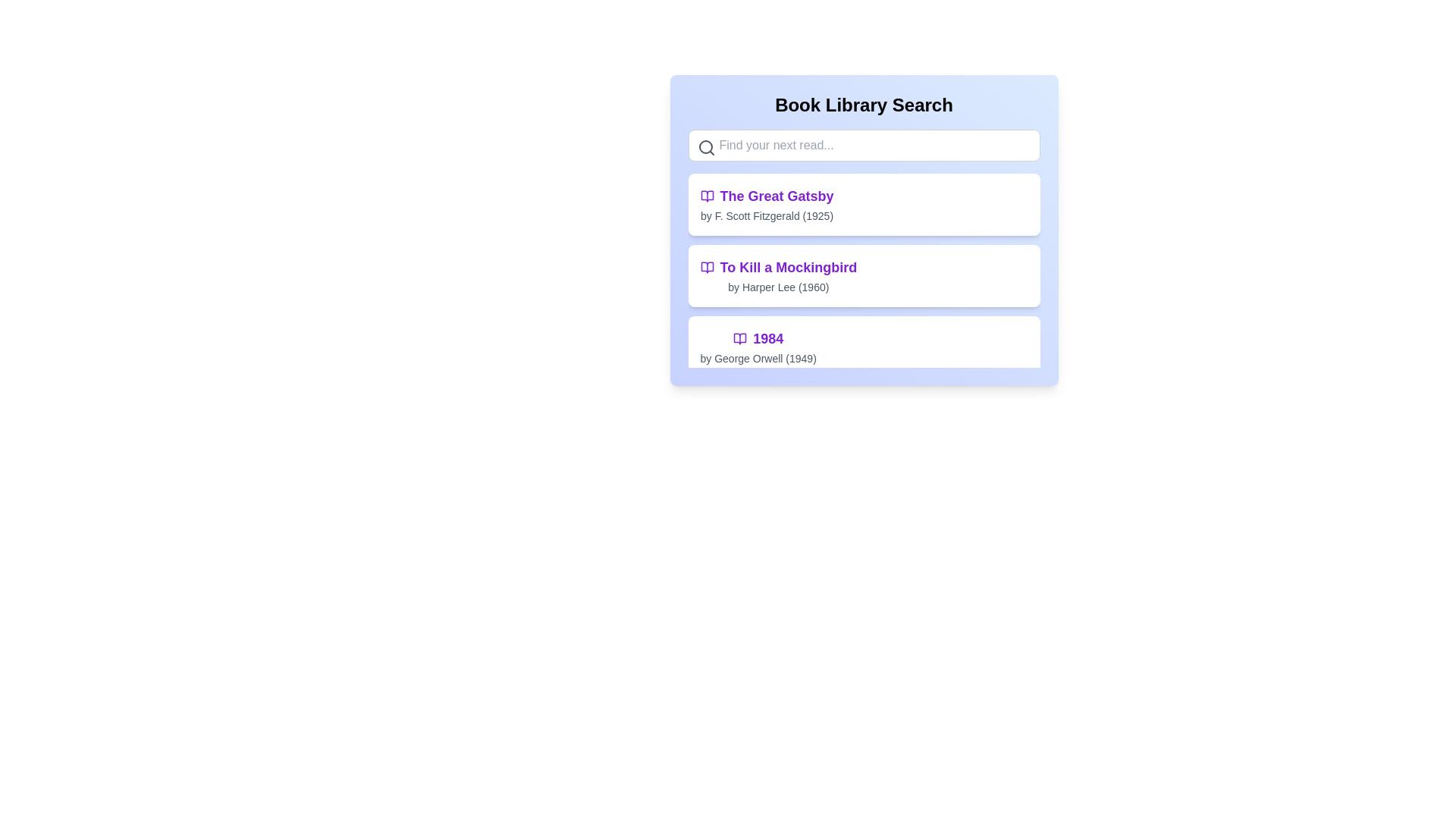 The image size is (1456, 819). What do you see at coordinates (778, 287) in the screenshot?
I see `the text label providing supplementary details about the book, located directly beneath the bold title 'To Kill a Mockingbird' in the 'Book Library Search' interface` at bounding box center [778, 287].